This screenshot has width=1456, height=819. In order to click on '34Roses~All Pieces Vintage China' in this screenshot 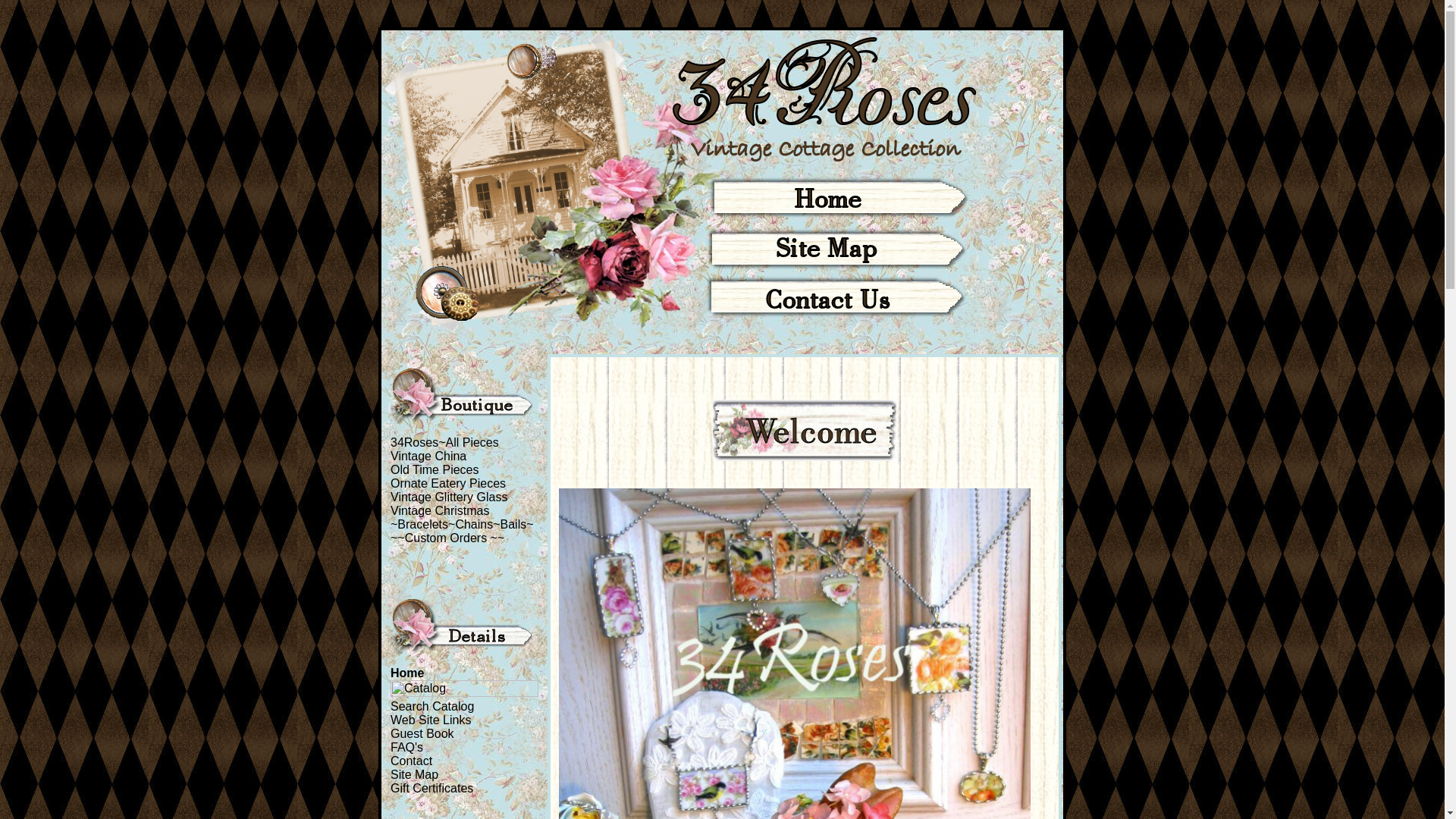, I will do `click(444, 448)`.